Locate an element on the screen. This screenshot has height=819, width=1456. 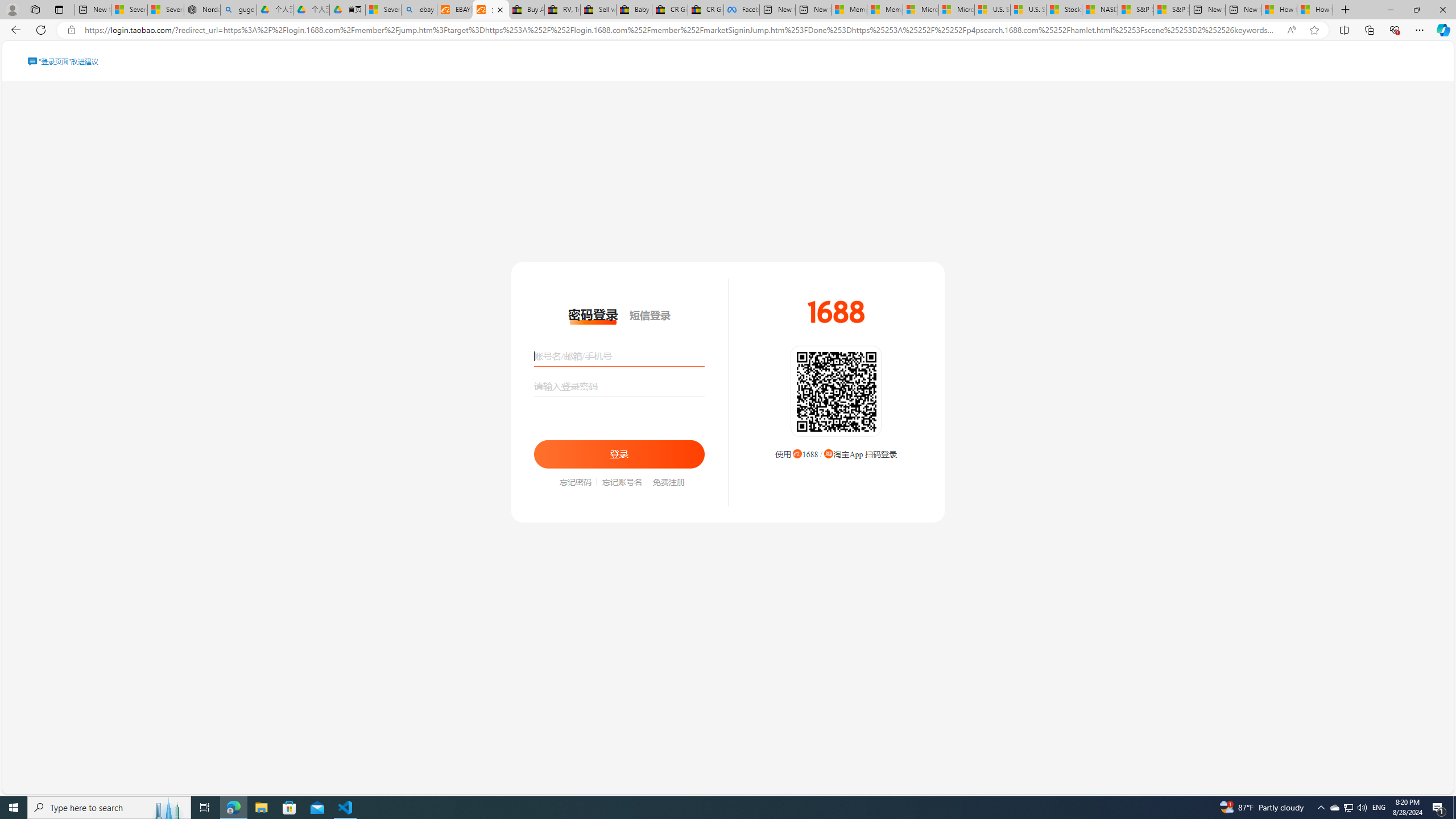
'Address and search bar' is located at coordinates (681, 30).